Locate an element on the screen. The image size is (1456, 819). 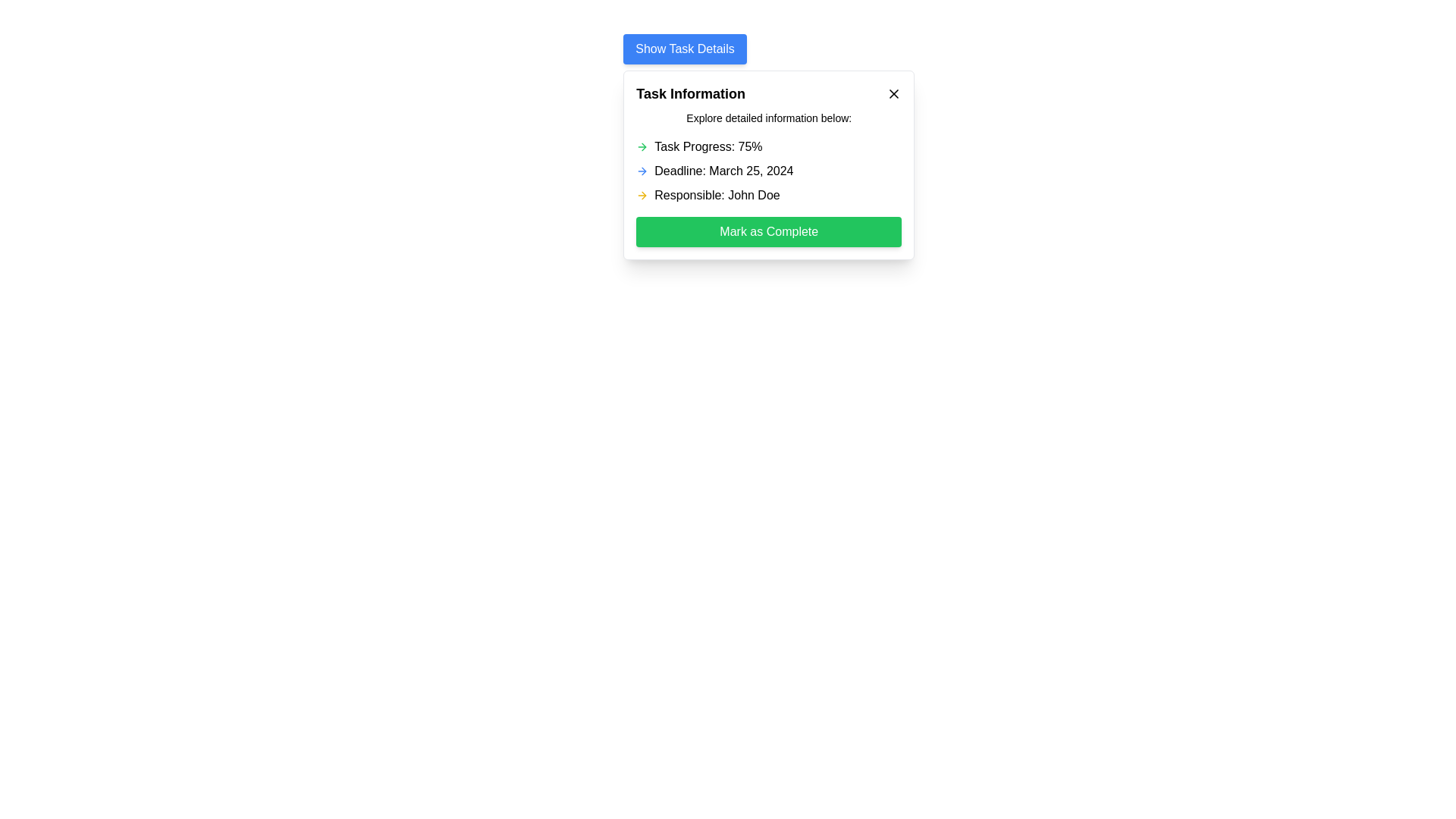
the text header displaying 'Task Information', which is styled in bold and larger font located at the top left of the modal dialog box is located at coordinates (690, 93).